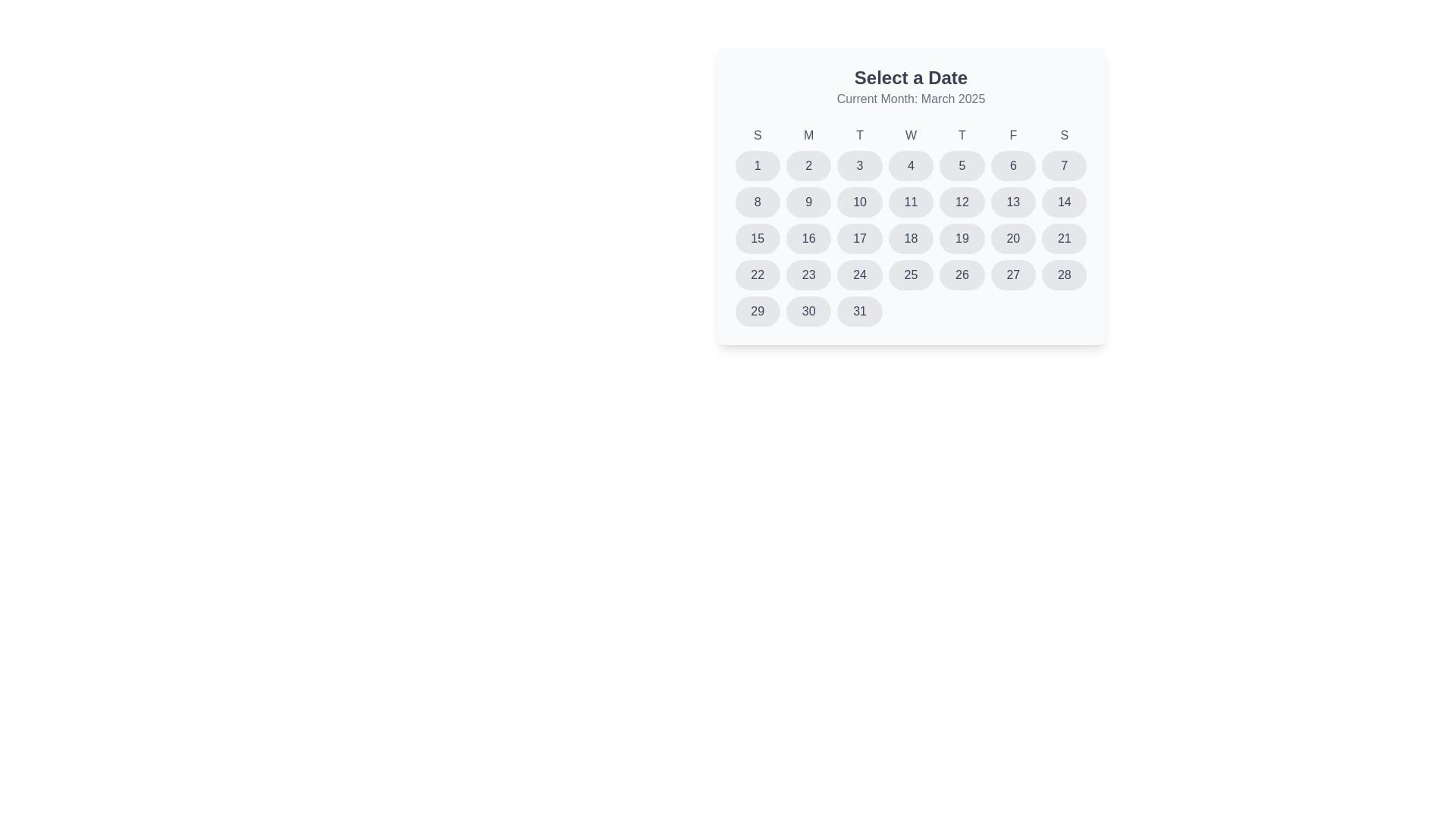 This screenshot has width=1456, height=819. What do you see at coordinates (910, 275) in the screenshot?
I see `the button representing the 25th day of the month in the calendar interface` at bounding box center [910, 275].